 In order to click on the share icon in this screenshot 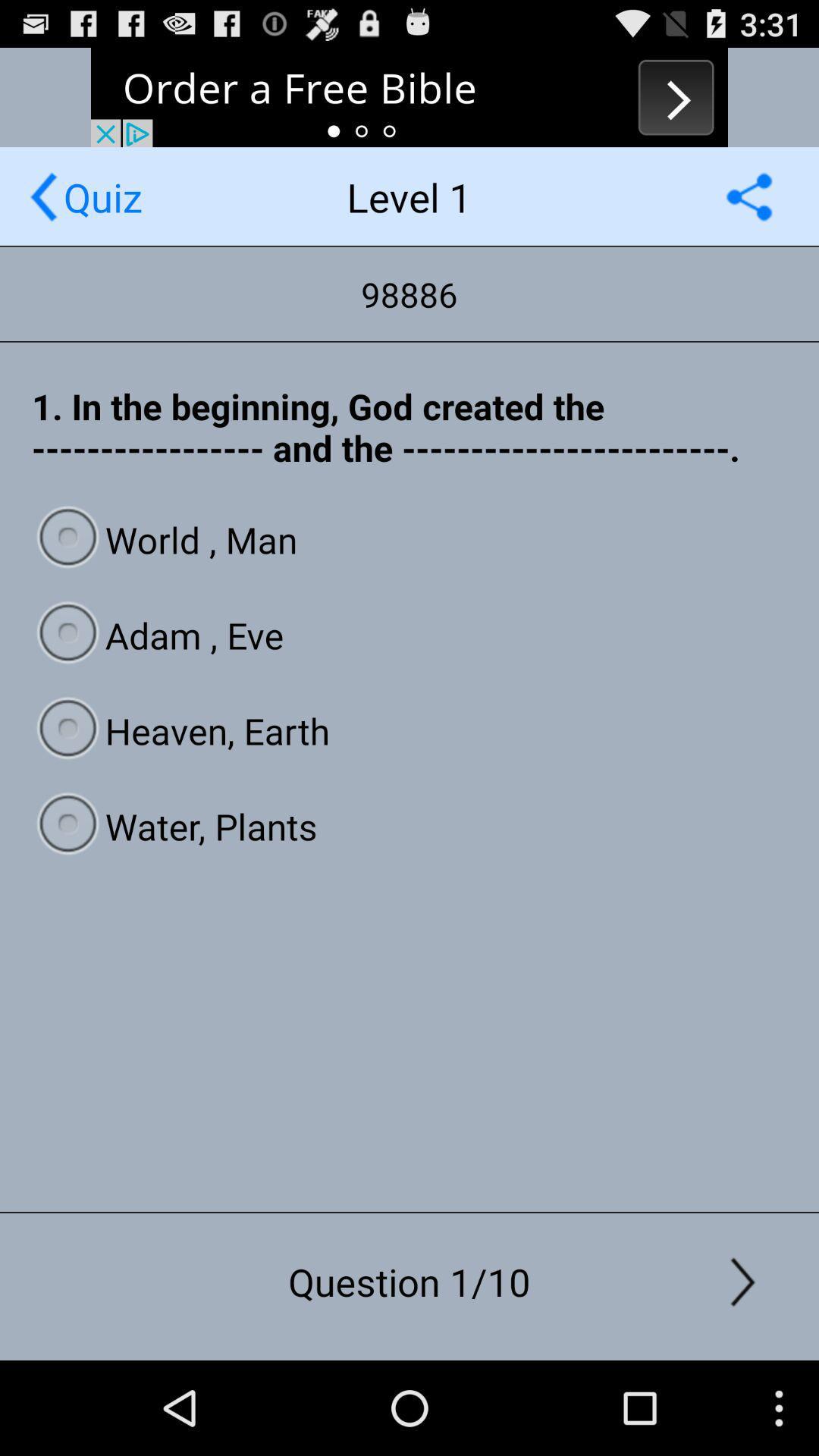, I will do `click(748, 210)`.